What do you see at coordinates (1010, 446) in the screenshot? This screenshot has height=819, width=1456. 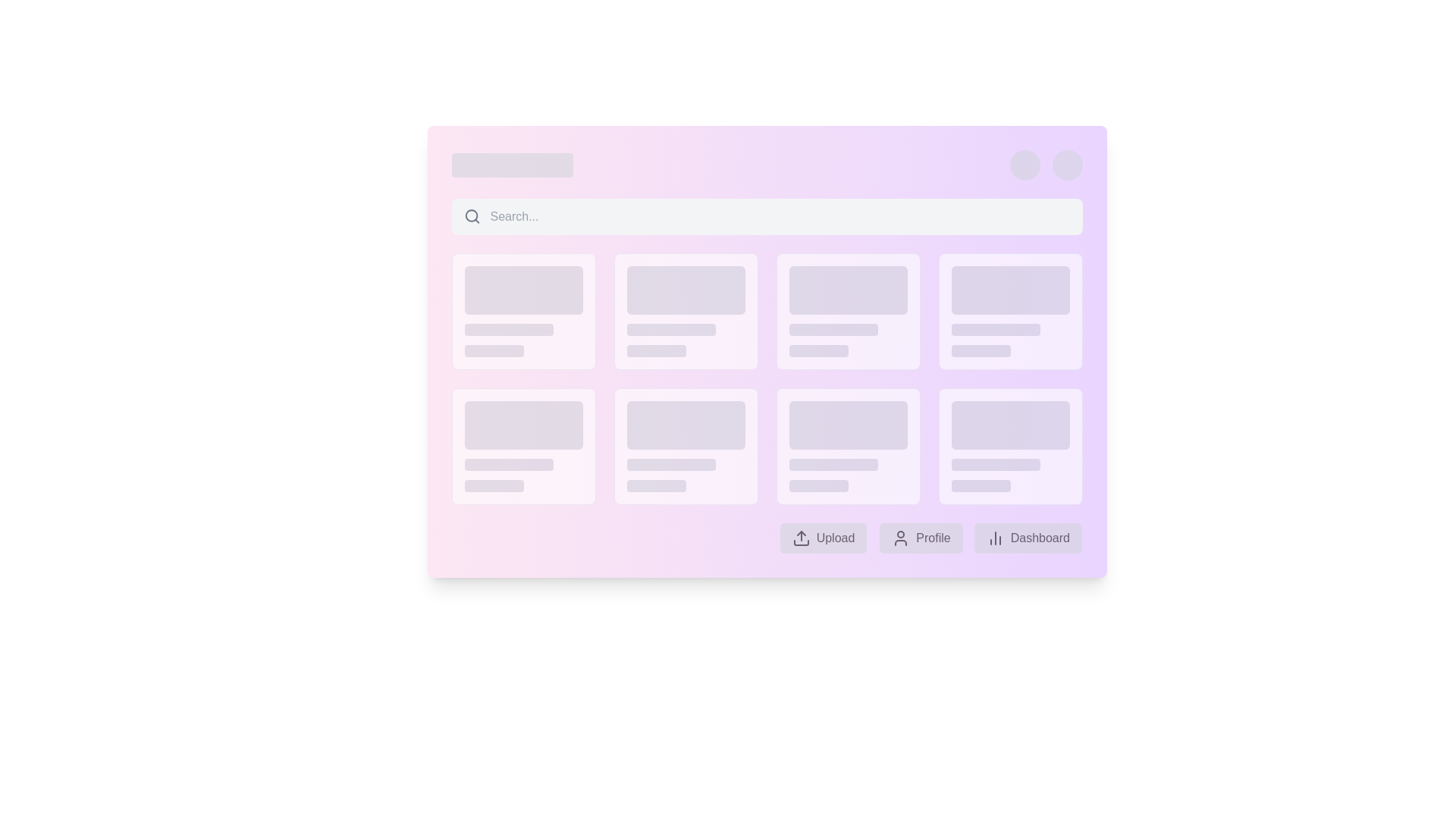 I see `the fourth Placeholder Card in the bottom row of the grid layout, which features a white background, rounded corners, and a light gray rectangle at the top` at bounding box center [1010, 446].